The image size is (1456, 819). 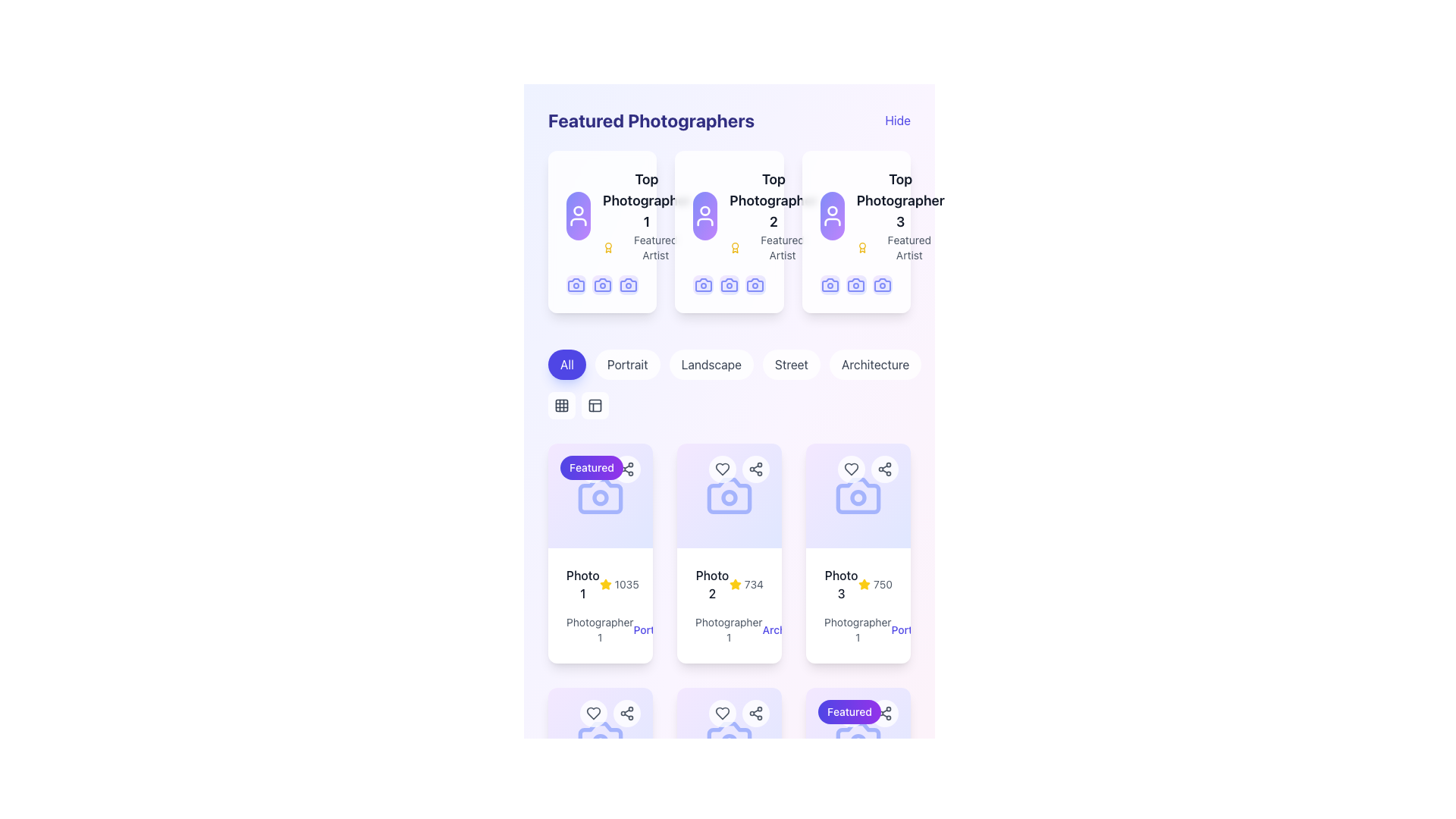 What do you see at coordinates (652, 630) in the screenshot?
I see `the non-interactive text label indicating the category 'Portrait' associated with 'Photographer 1', located to the right of the photographer's name on the first card in the second row of the grid layout` at bounding box center [652, 630].